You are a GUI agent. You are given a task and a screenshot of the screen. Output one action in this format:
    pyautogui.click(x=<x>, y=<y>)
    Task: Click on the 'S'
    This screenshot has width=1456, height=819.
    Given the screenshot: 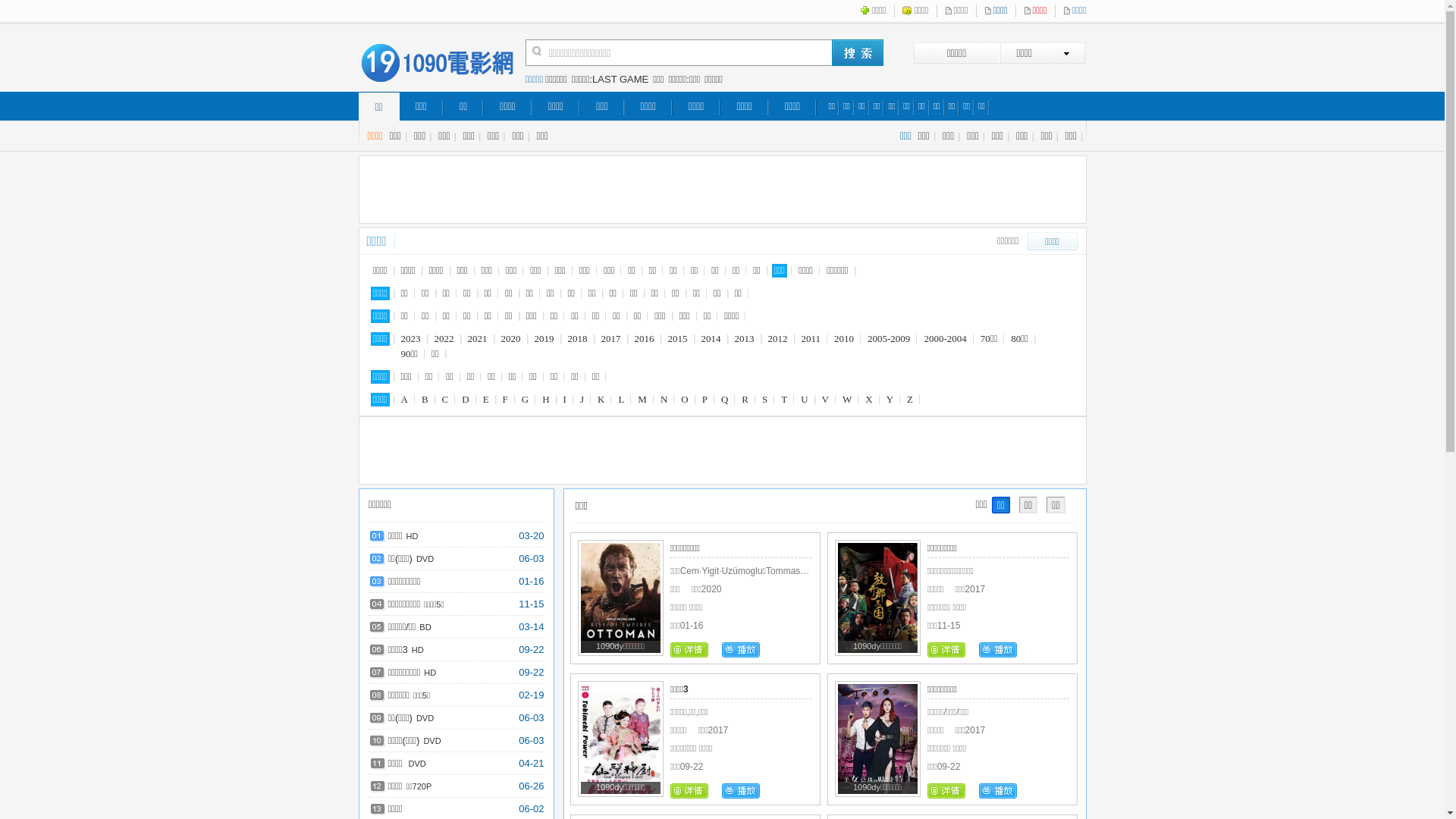 What is the action you would take?
    pyautogui.click(x=764, y=399)
    